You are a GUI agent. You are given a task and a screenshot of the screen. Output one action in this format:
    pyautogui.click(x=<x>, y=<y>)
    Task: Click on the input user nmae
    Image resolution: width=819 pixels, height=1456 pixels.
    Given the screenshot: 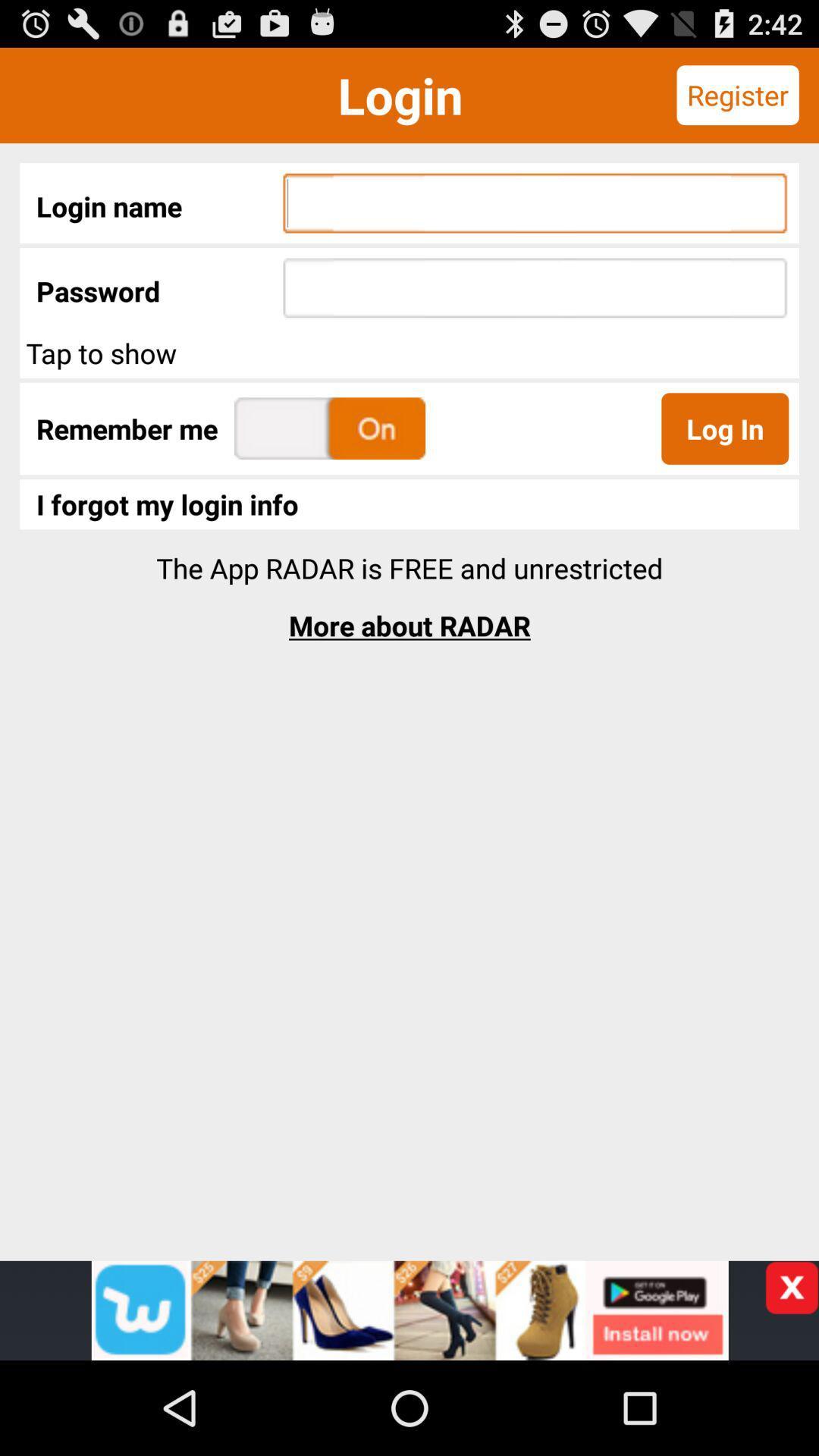 What is the action you would take?
    pyautogui.click(x=535, y=202)
    